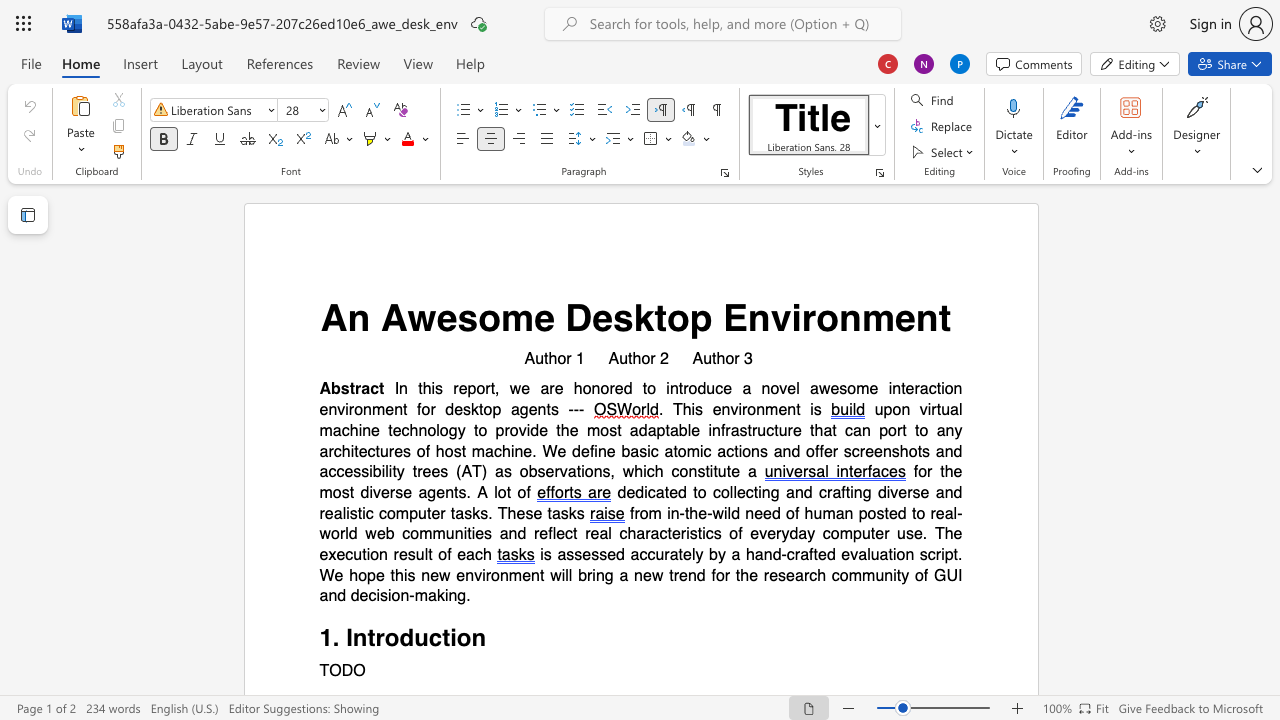 This screenshot has height=720, width=1280. Describe the element at coordinates (337, 409) in the screenshot. I see `the subset text "vironment for desktop" within the text "In this report, we are honored to introduce a novel awesome interaction environment for desktop agents ---"` at that location.